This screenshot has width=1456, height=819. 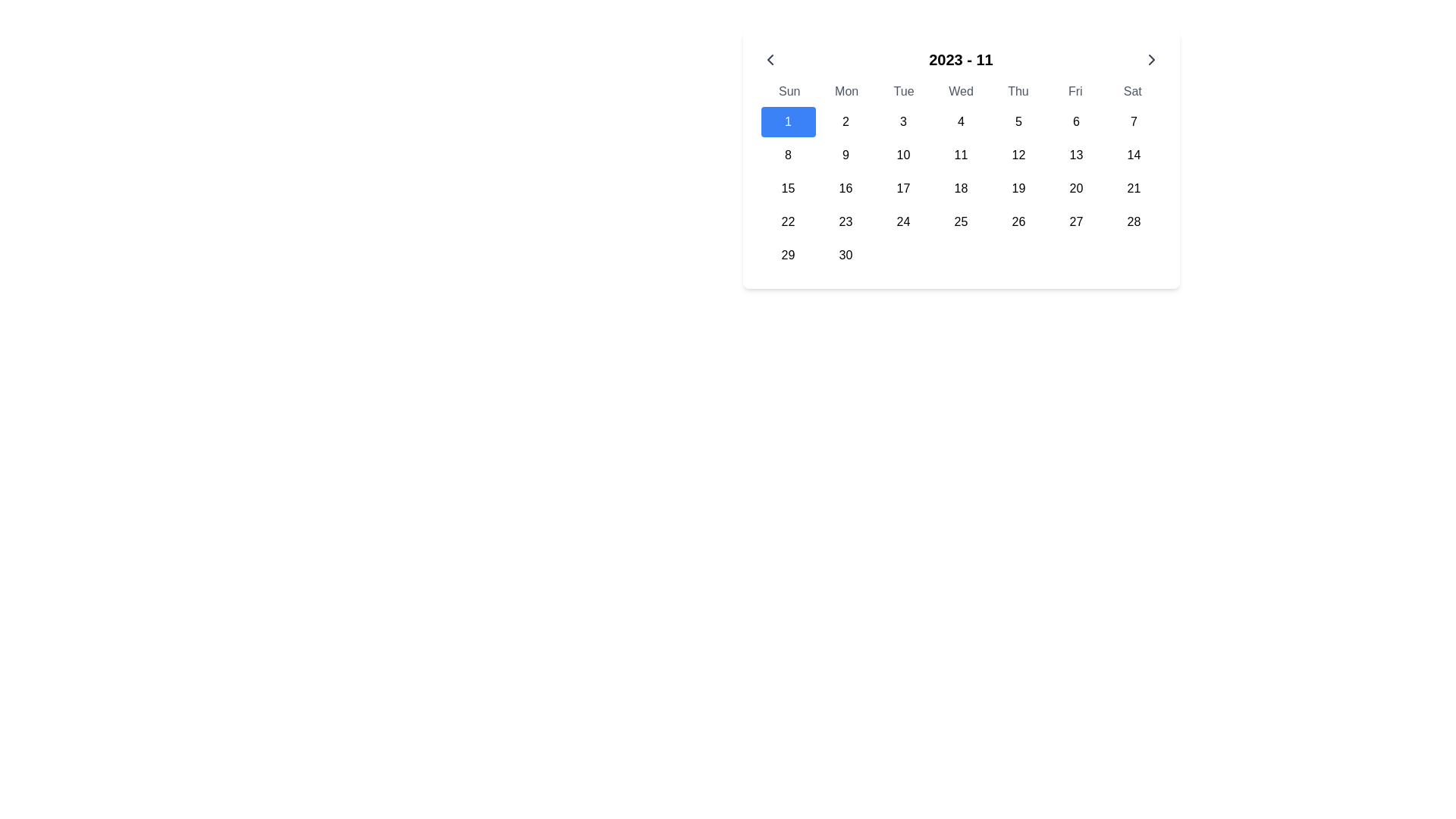 I want to click on the button representing the 27th day of the month in the calendar interface, so click(x=1075, y=222).